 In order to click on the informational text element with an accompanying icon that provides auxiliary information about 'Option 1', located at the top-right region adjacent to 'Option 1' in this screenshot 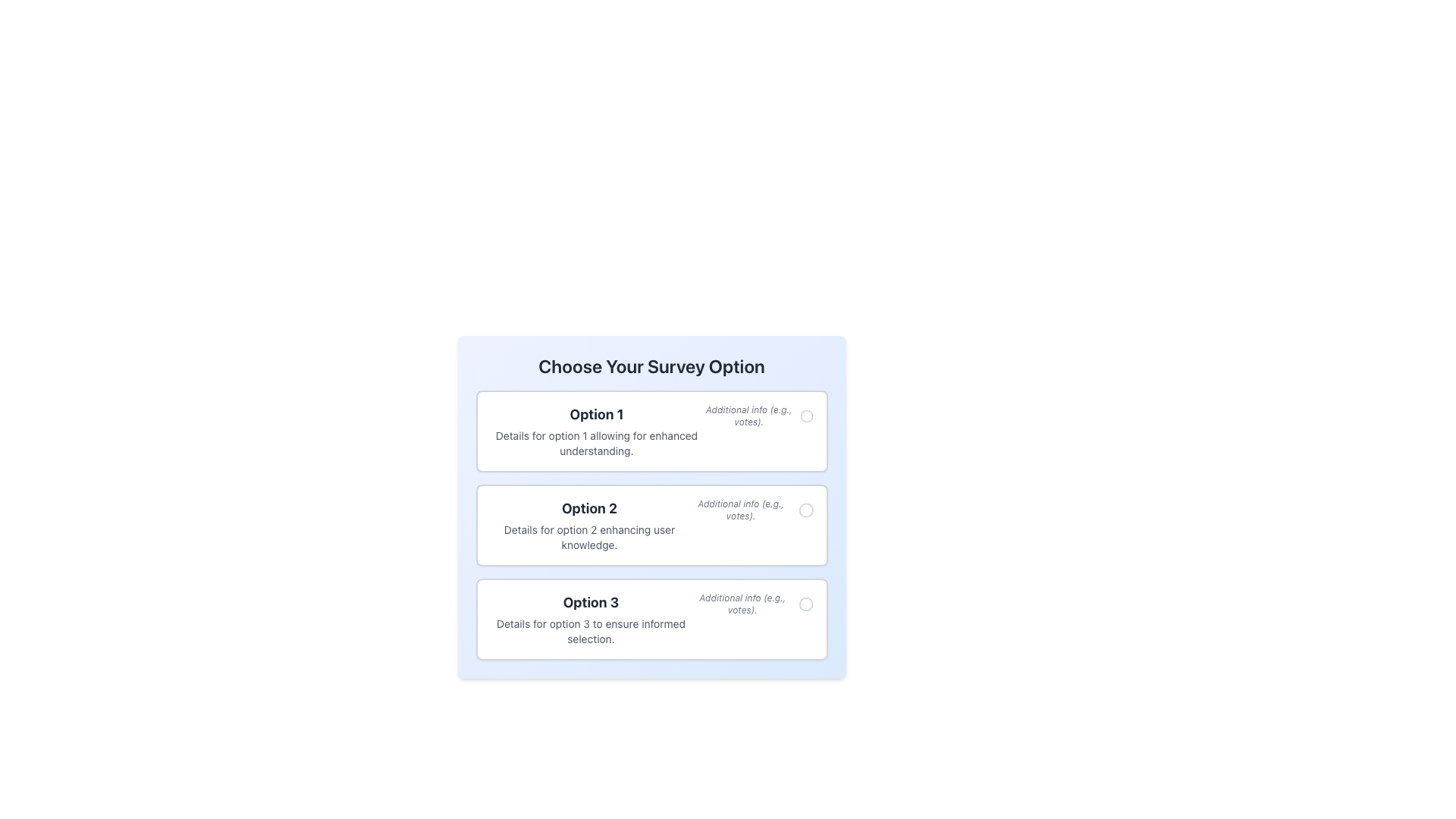, I will do `click(758, 416)`.